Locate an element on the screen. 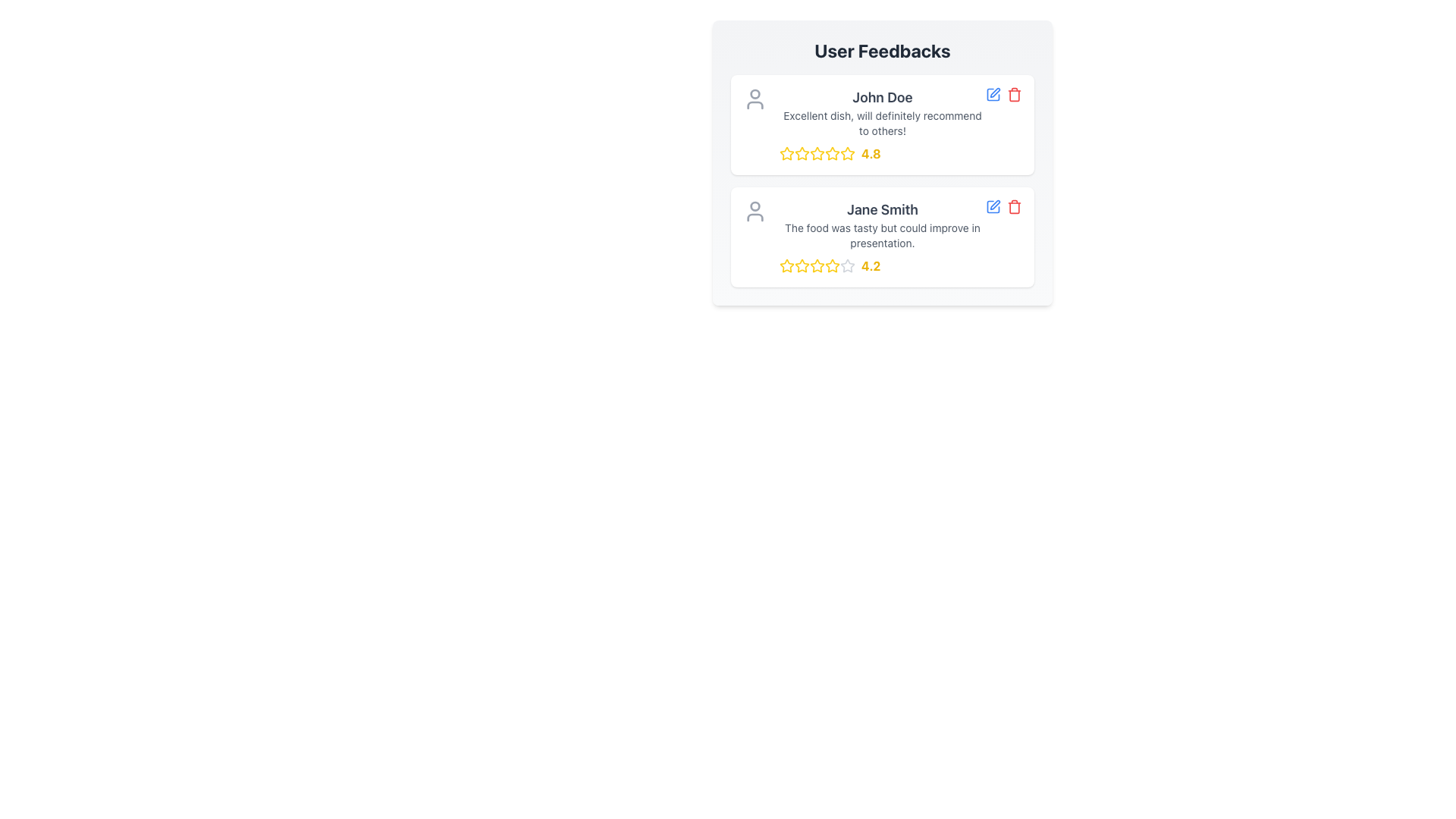  the Edit icon located to the right of the text 'Jane Smith' is located at coordinates (995, 205).